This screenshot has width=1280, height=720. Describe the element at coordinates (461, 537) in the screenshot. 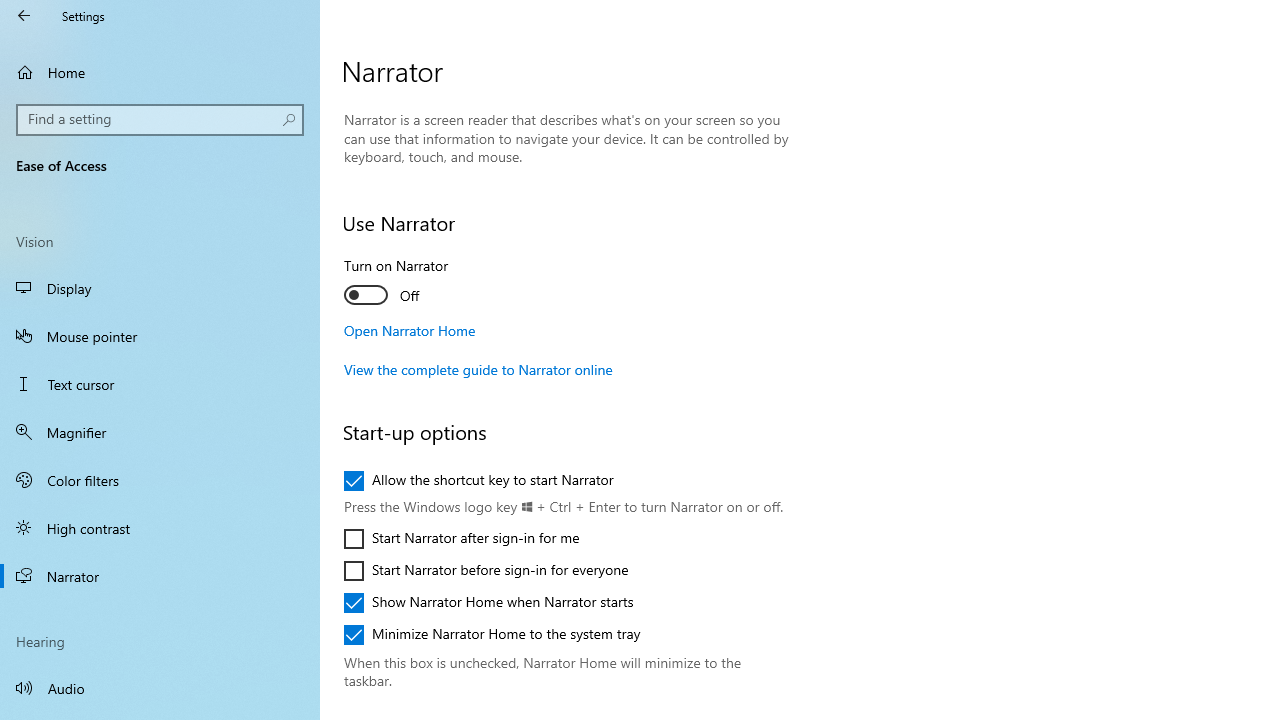

I see `'Start Narrator after sign-in for me'` at that location.